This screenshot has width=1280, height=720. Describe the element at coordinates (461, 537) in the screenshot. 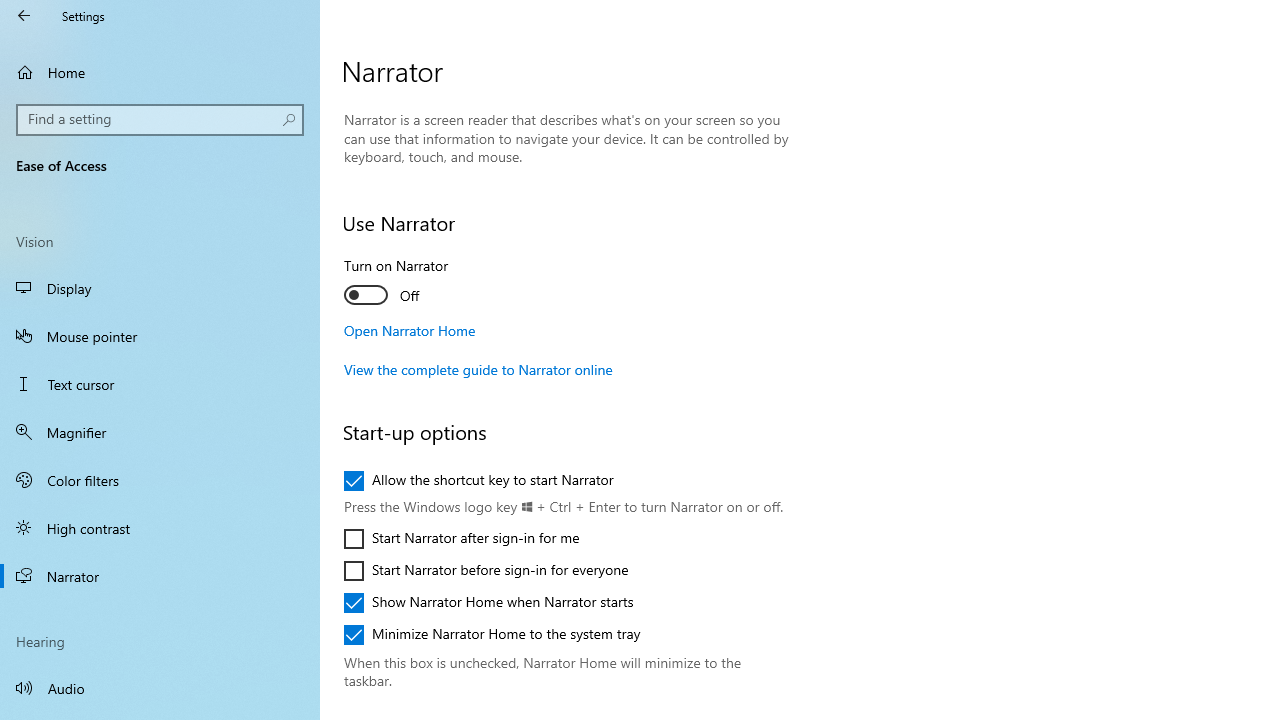

I see `'Start Narrator after sign-in for me'` at that location.